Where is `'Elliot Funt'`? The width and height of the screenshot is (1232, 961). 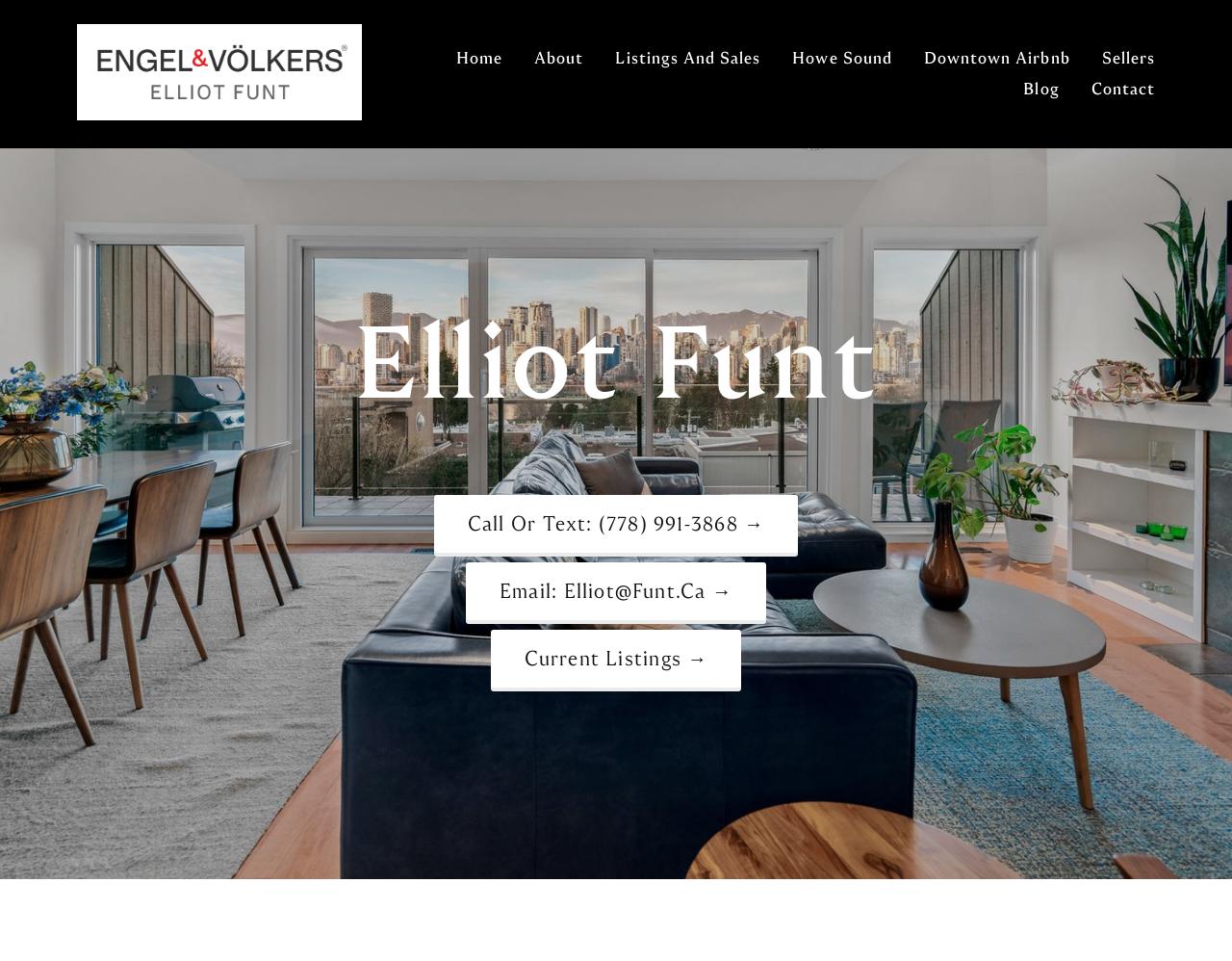
'Elliot Funt' is located at coordinates (614, 361).